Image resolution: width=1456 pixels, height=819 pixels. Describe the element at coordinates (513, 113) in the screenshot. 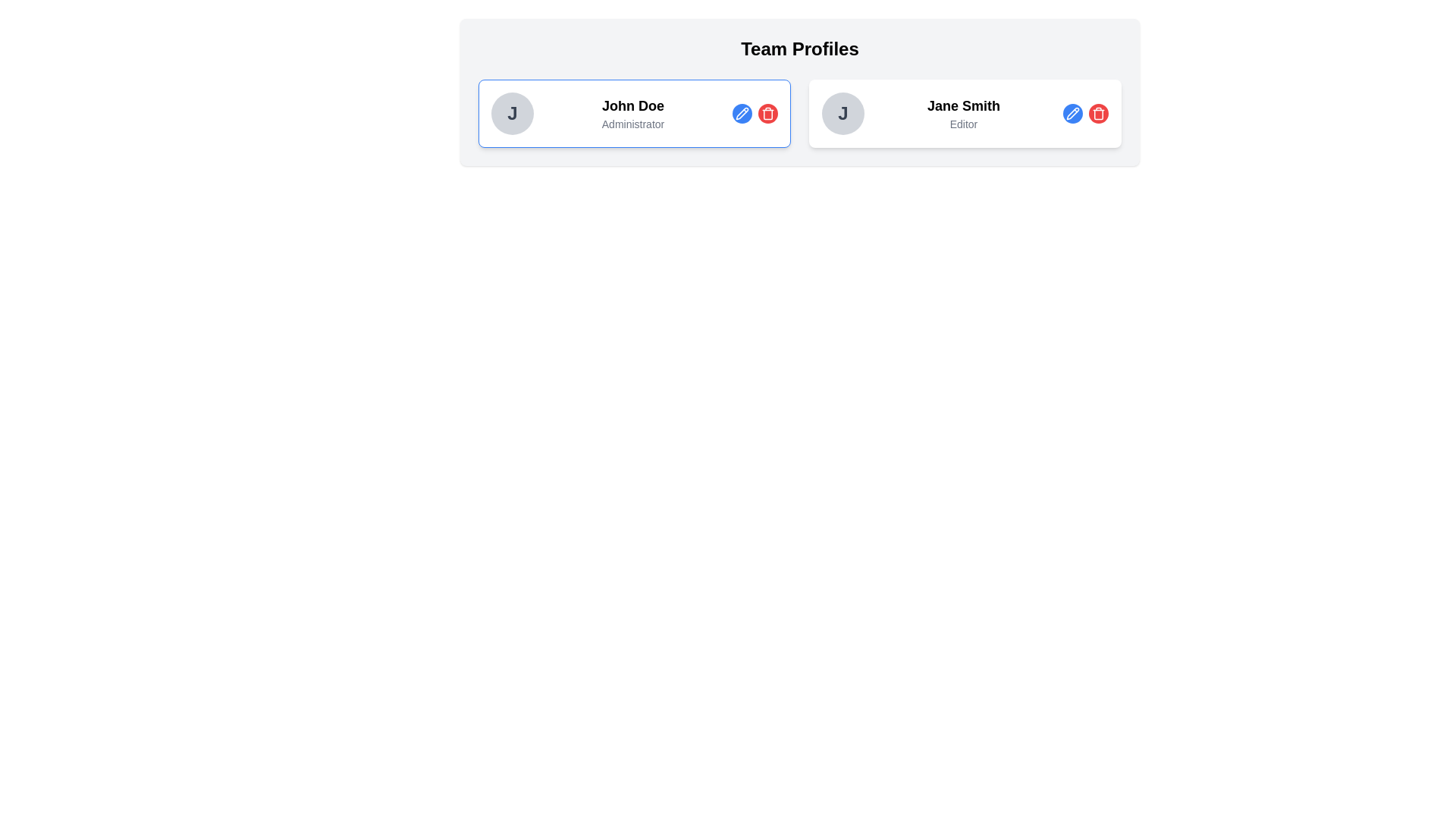

I see `the circular badge with a gray background and a bold, black letter 'J' that represents John Doe in the Team Profiles section` at that location.